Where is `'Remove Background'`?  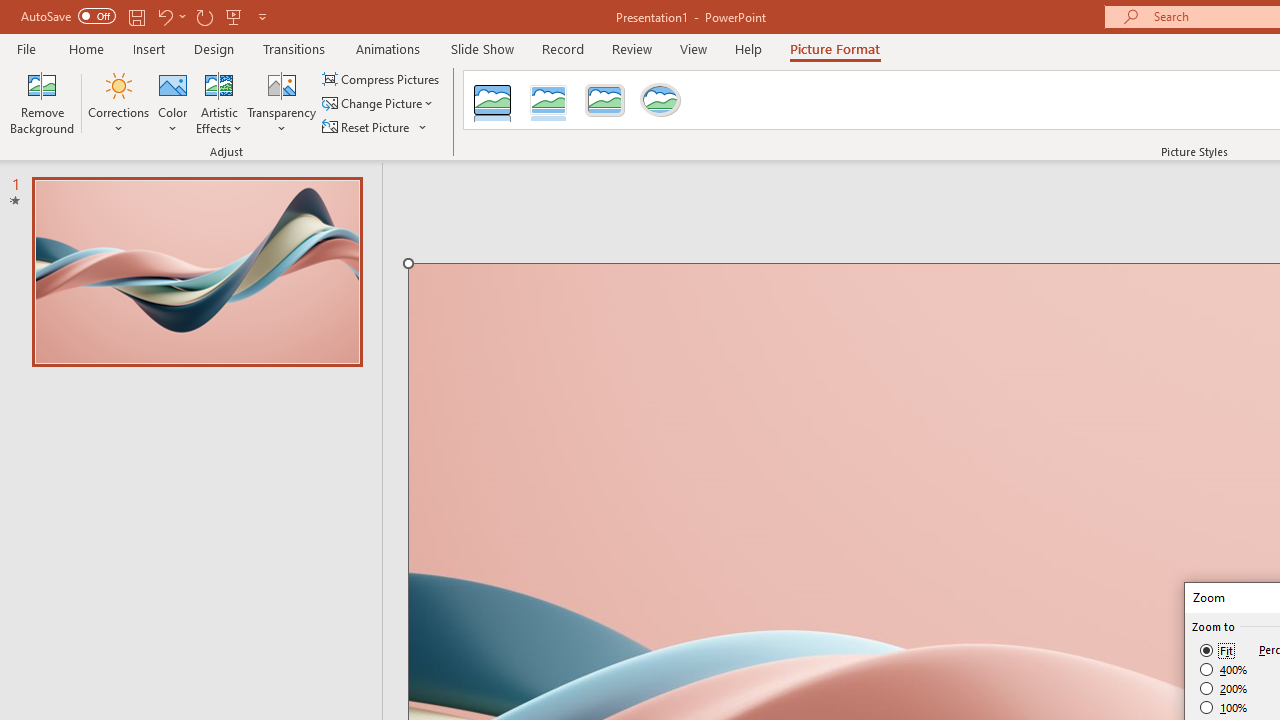
'Remove Background' is located at coordinates (42, 103).